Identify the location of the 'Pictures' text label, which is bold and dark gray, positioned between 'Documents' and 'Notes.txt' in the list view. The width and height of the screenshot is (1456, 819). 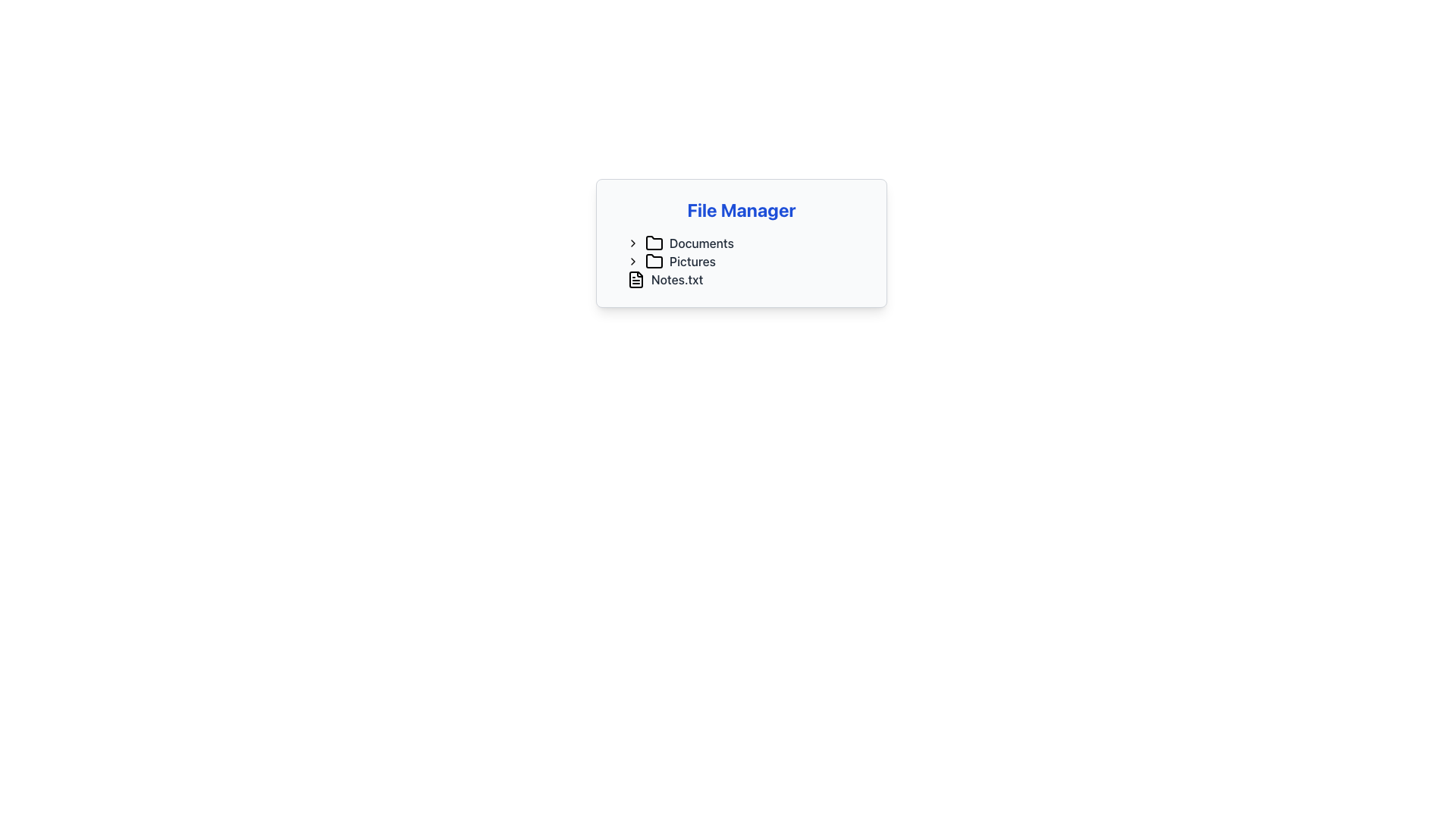
(692, 260).